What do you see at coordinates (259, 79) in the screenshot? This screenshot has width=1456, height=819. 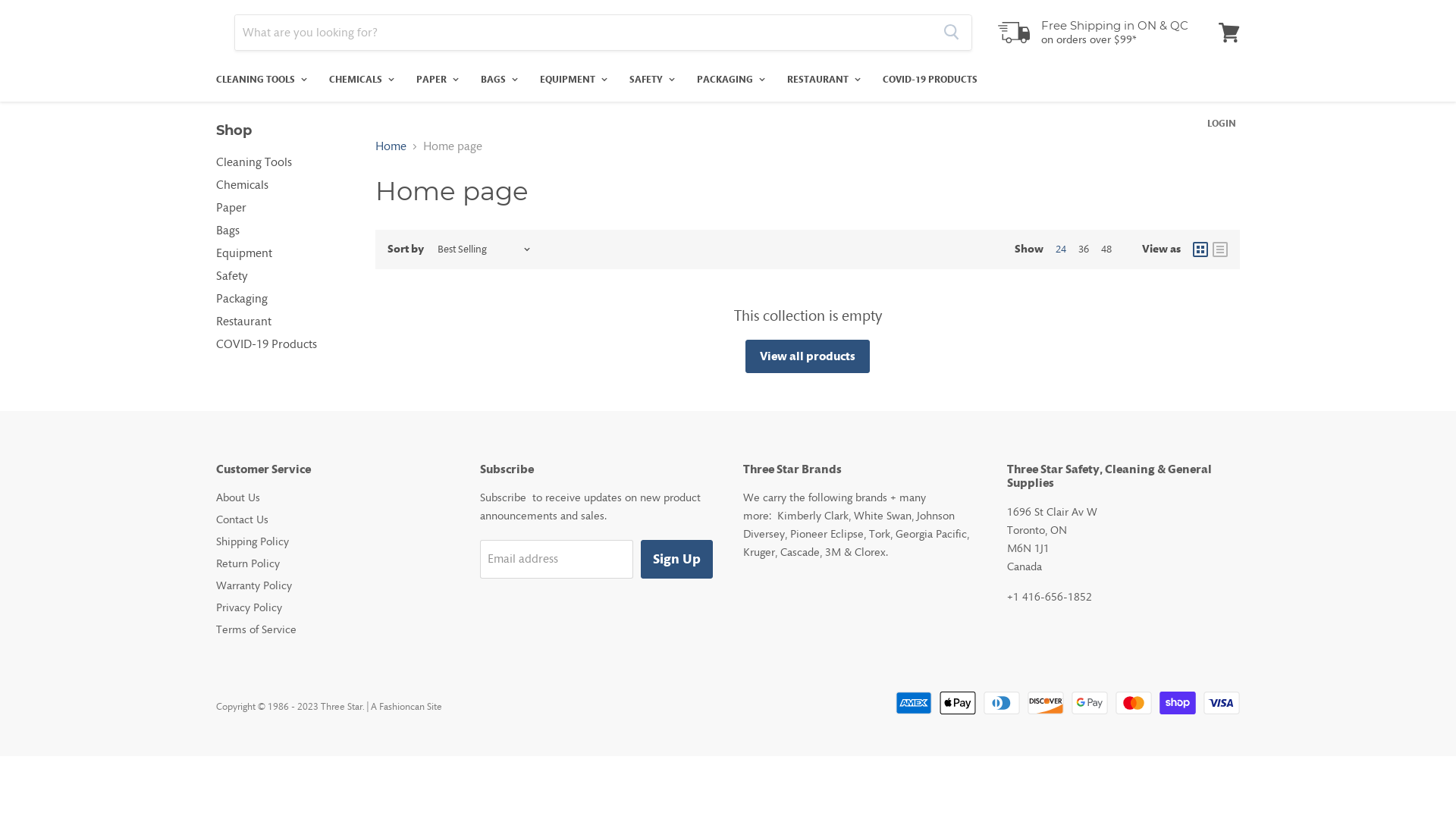 I see `'CLEANING TOOLS'` at bounding box center [259, 79].